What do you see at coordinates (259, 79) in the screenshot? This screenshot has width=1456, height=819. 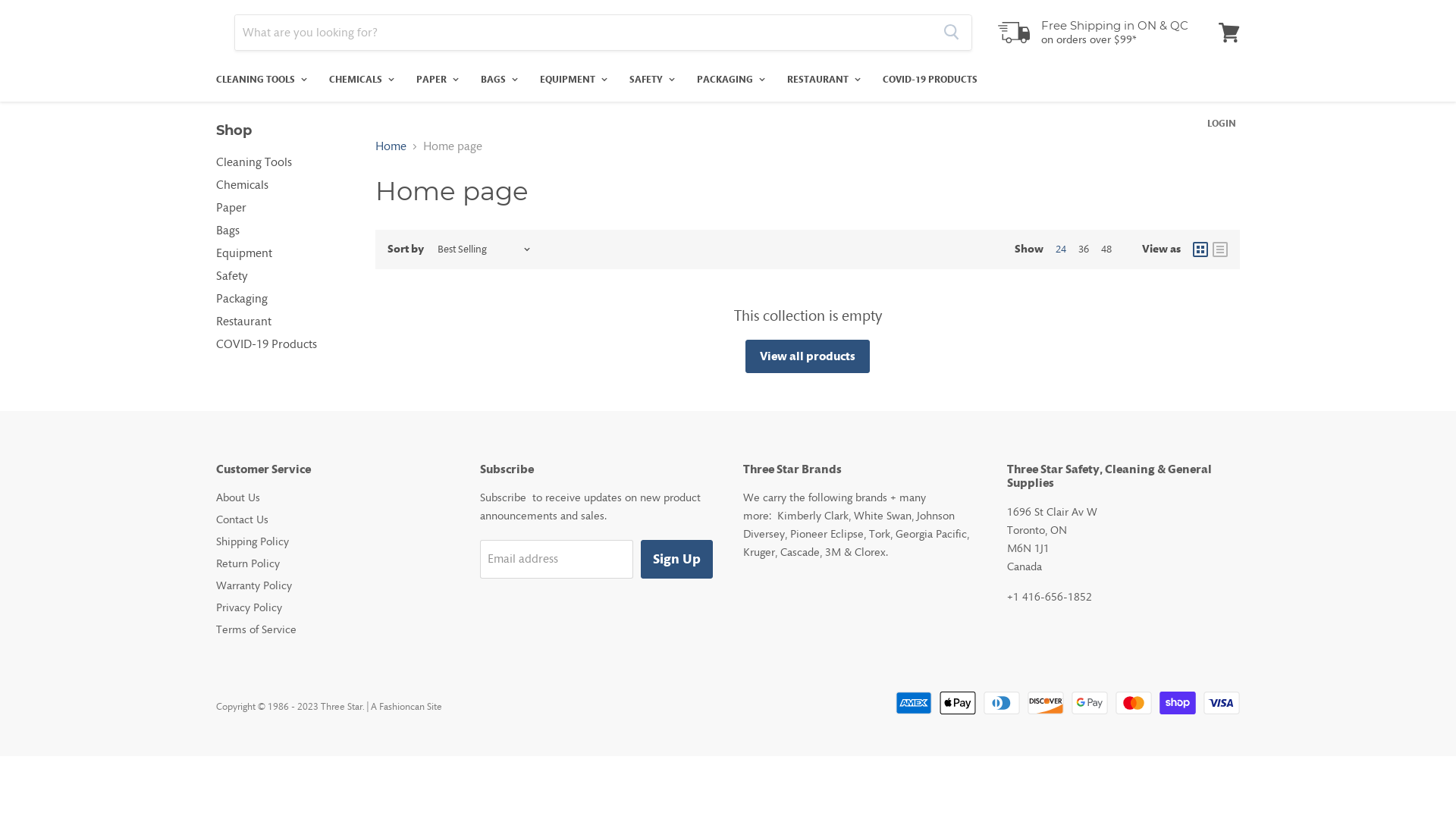 I see `'CLEANING TOOLS'` at bounding box center [259, 79].